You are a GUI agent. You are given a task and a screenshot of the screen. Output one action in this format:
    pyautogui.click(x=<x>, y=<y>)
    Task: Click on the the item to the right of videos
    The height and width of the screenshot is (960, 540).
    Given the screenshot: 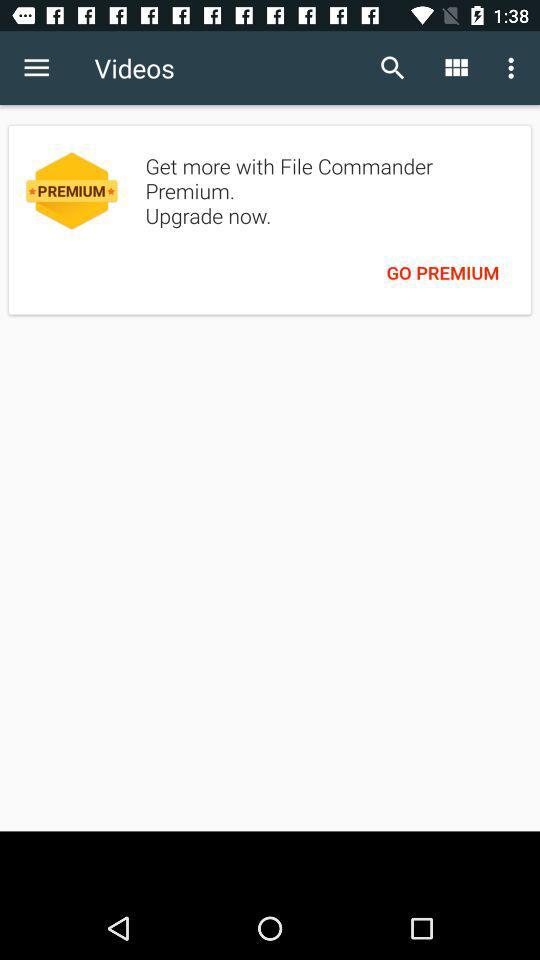 What is the action you would take?
    pyautogui.click(x=393, y=68)
    